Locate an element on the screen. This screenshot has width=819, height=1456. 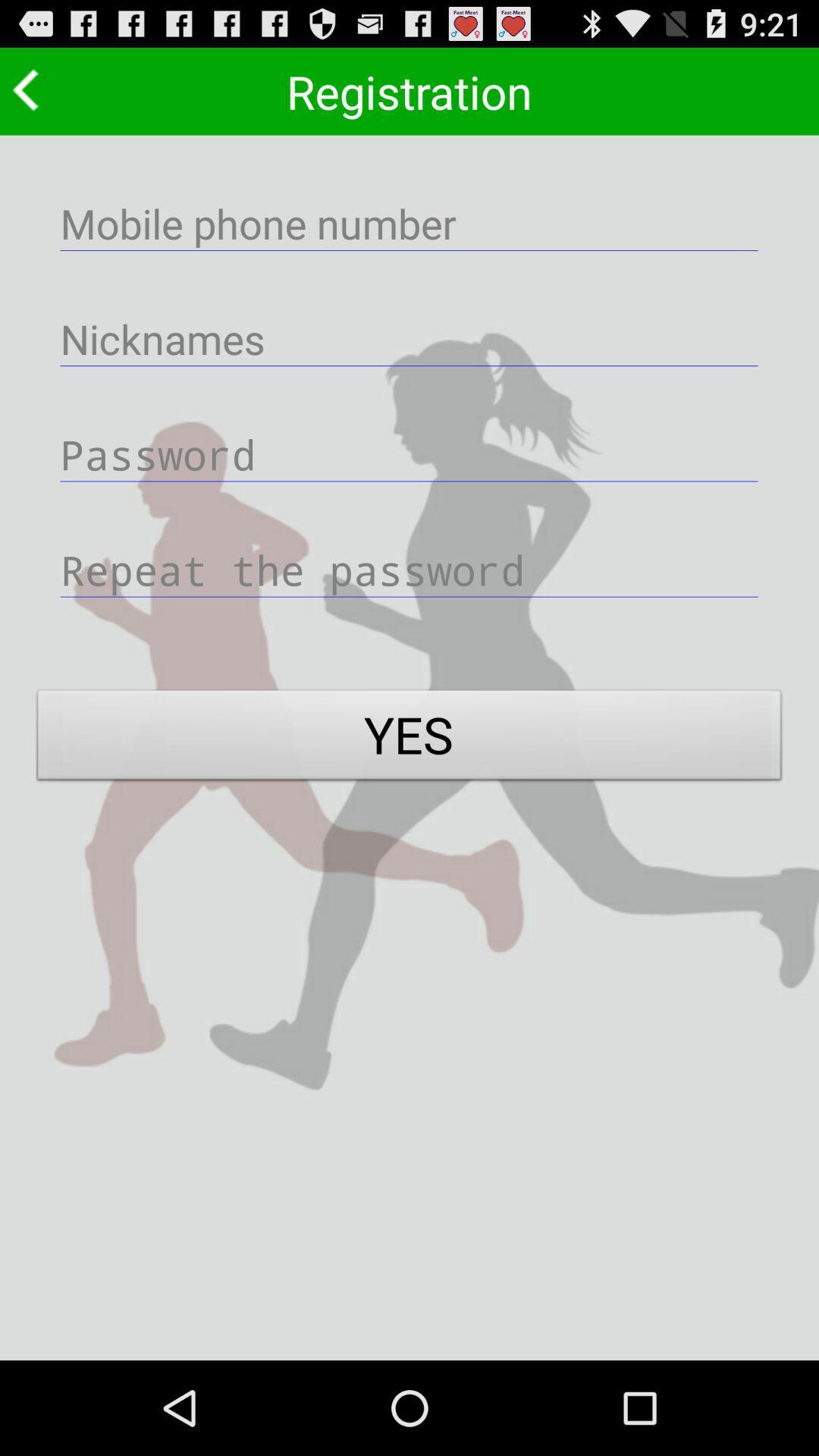
field to repeat the password is located at coordinates (409, 569).